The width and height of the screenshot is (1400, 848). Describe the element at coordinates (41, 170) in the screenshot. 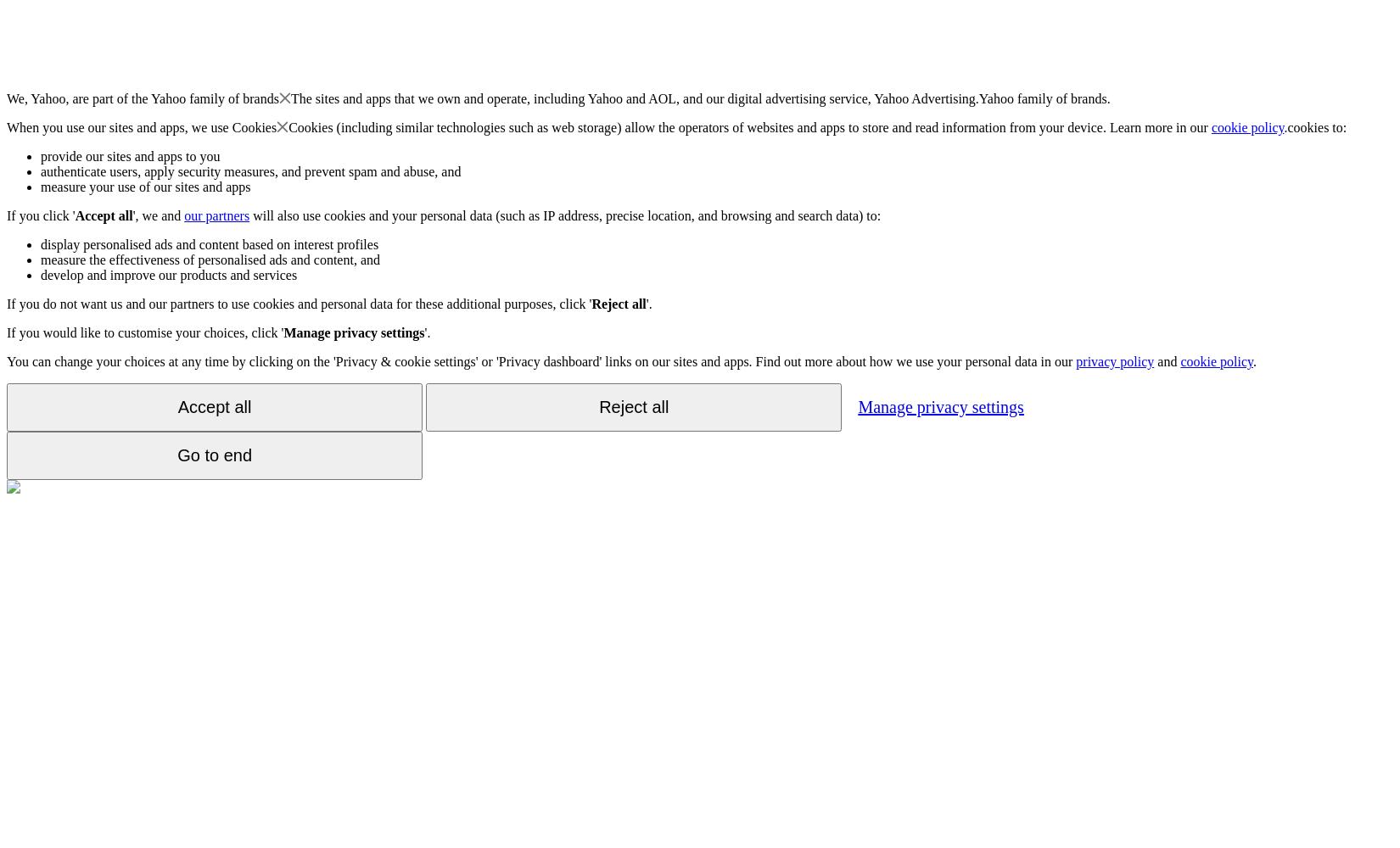

I see `'authenticate users, apply security measures, and prevent spam and abuse, and'` at that location.